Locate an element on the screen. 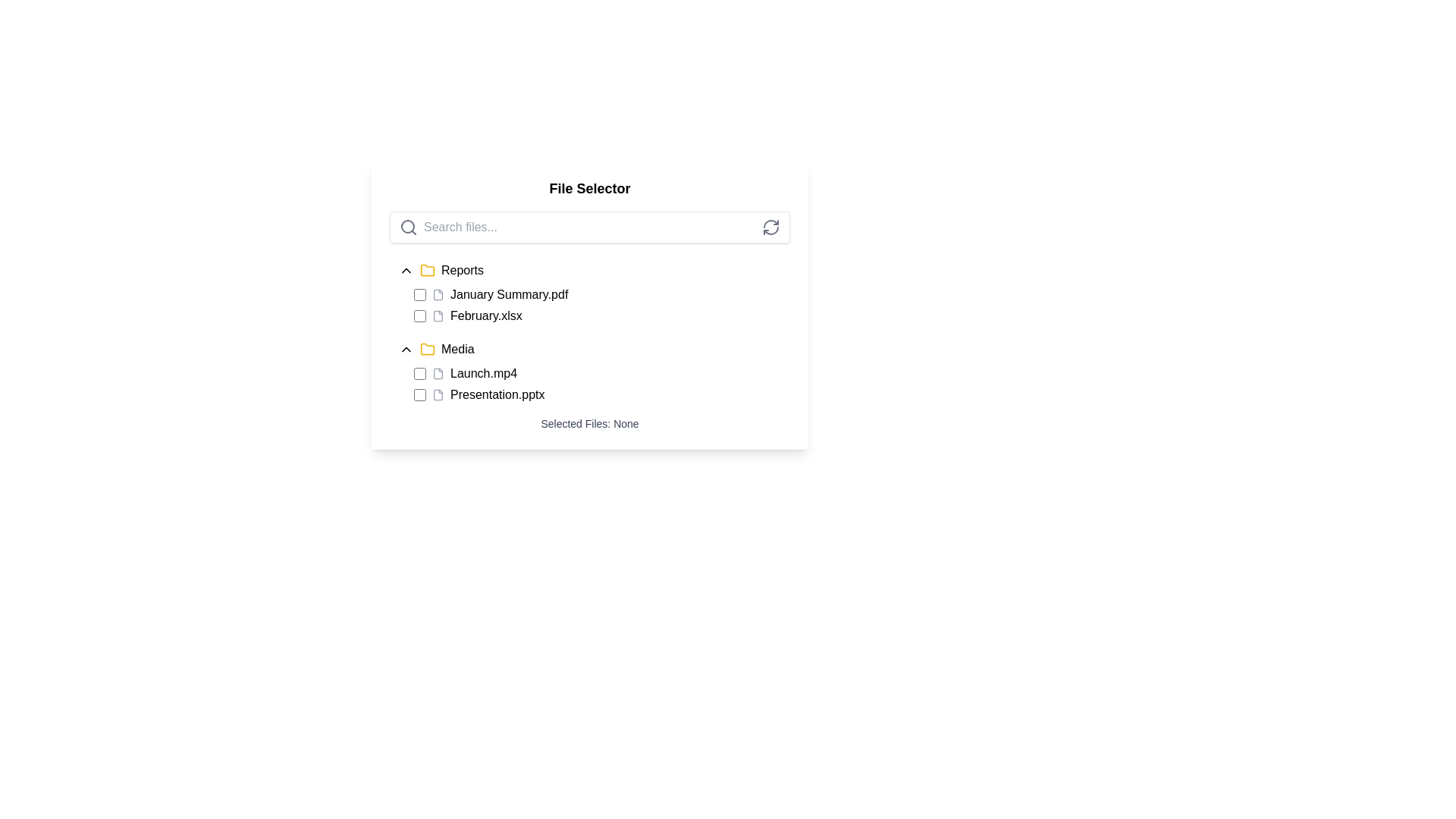  the small file document icon with a gray outline located next to the text 'February.xlsx' in the file list is located at coordinates (437, 315).